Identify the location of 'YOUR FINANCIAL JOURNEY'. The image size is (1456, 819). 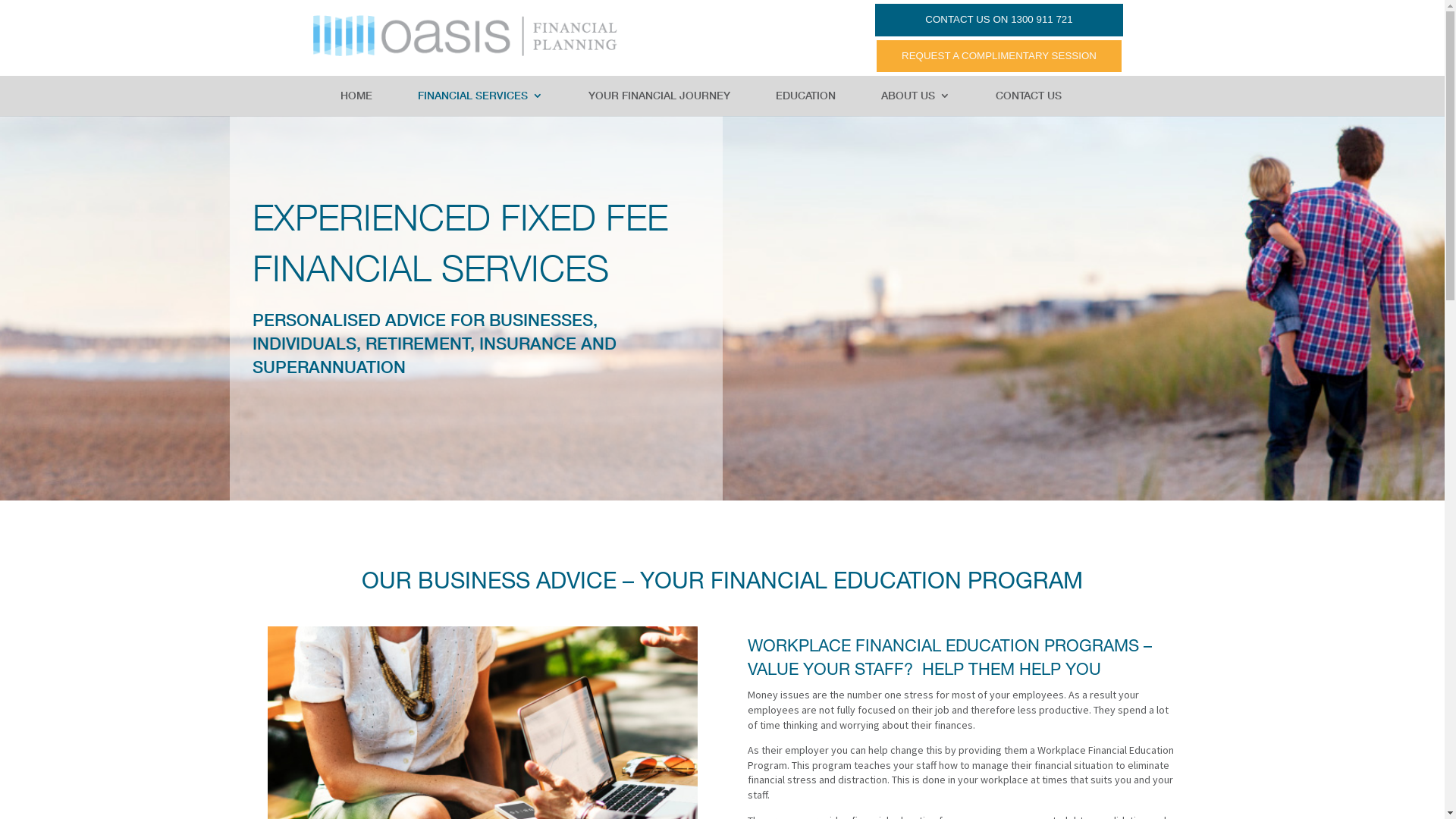
(659, 102).